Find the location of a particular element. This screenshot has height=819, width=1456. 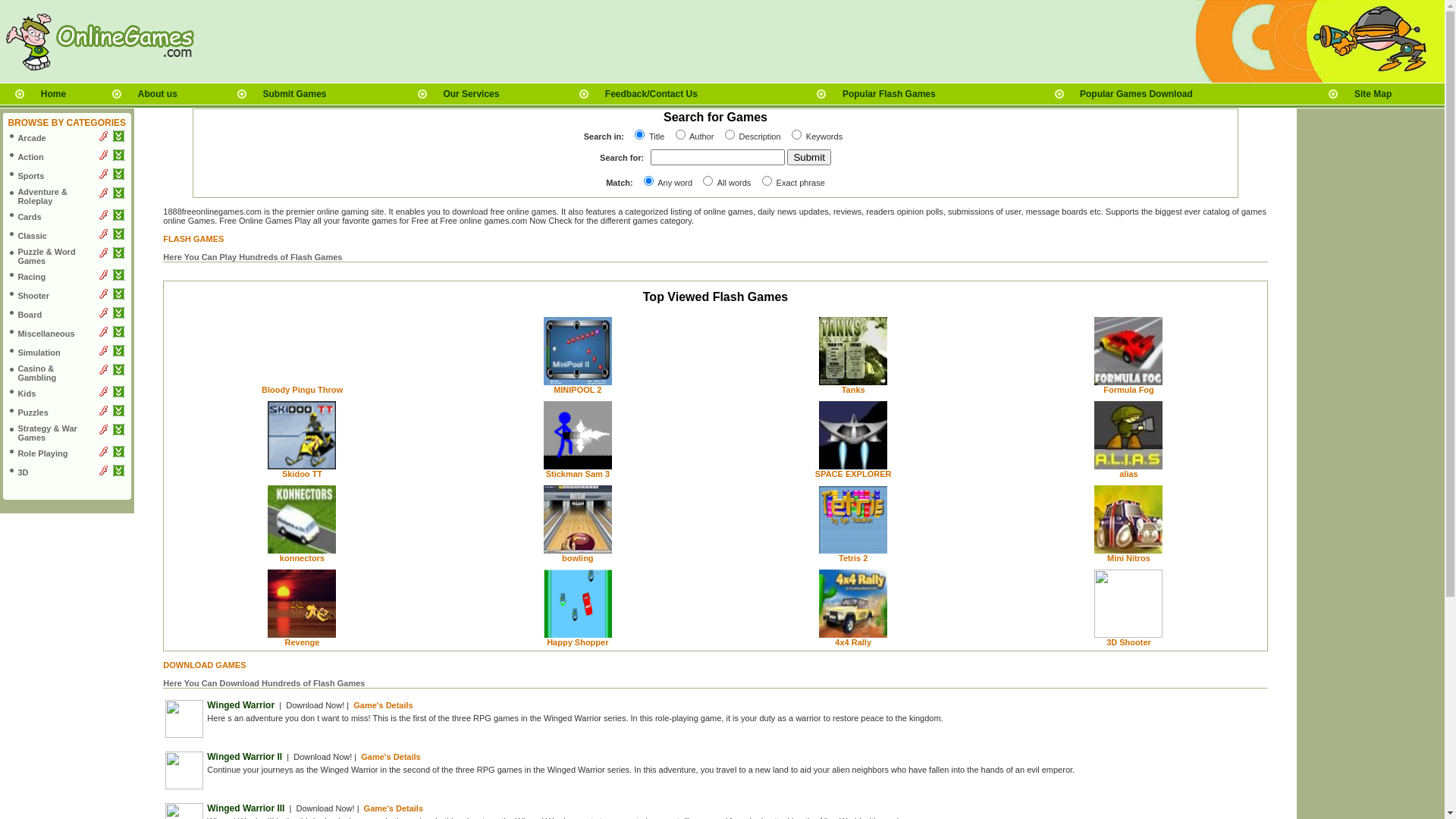

'Game's Details' is located at coordinates (382, 704).